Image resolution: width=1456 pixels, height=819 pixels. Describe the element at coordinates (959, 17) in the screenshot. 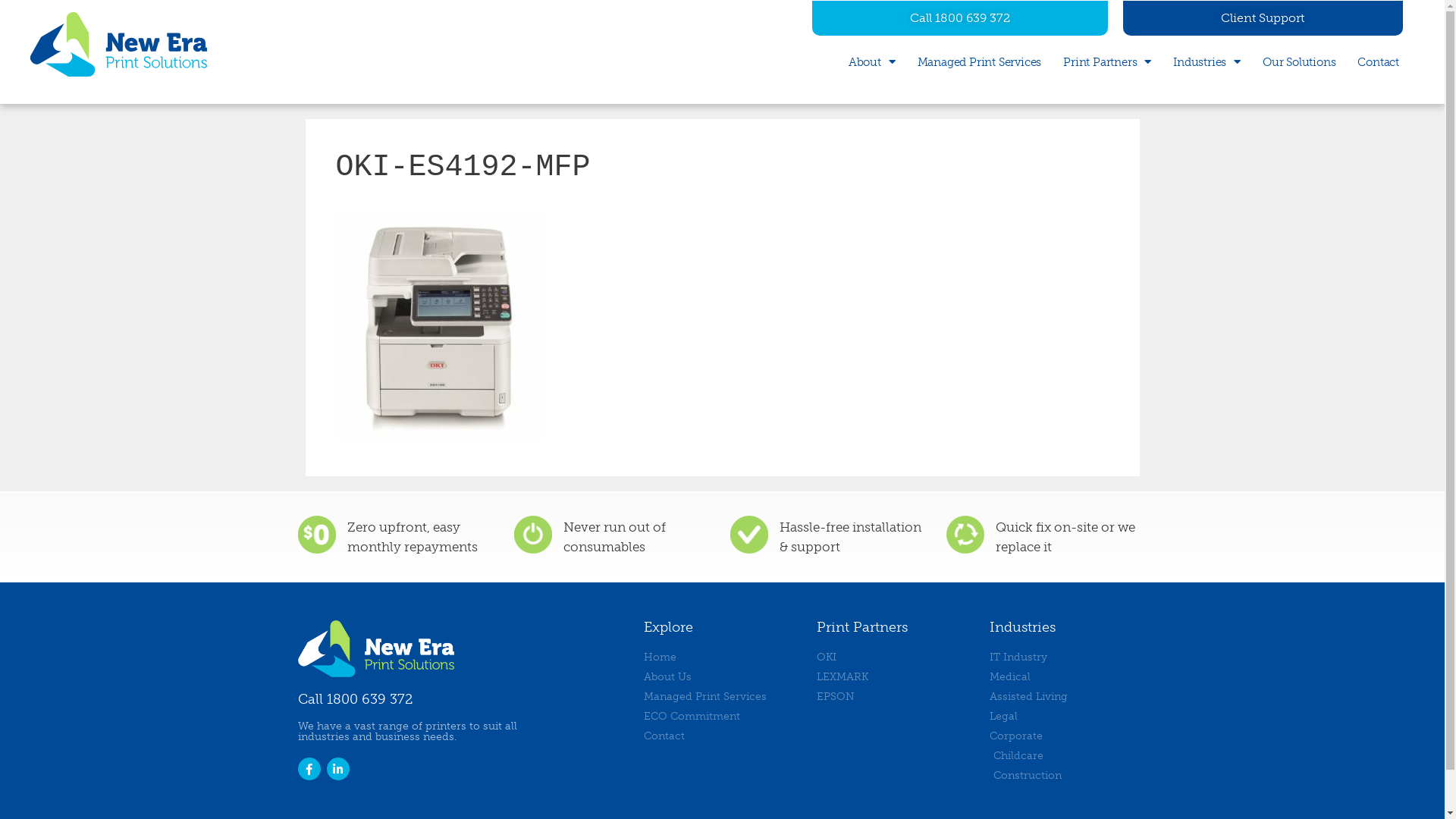

I see `'Call 1800 639 372'` at that location.